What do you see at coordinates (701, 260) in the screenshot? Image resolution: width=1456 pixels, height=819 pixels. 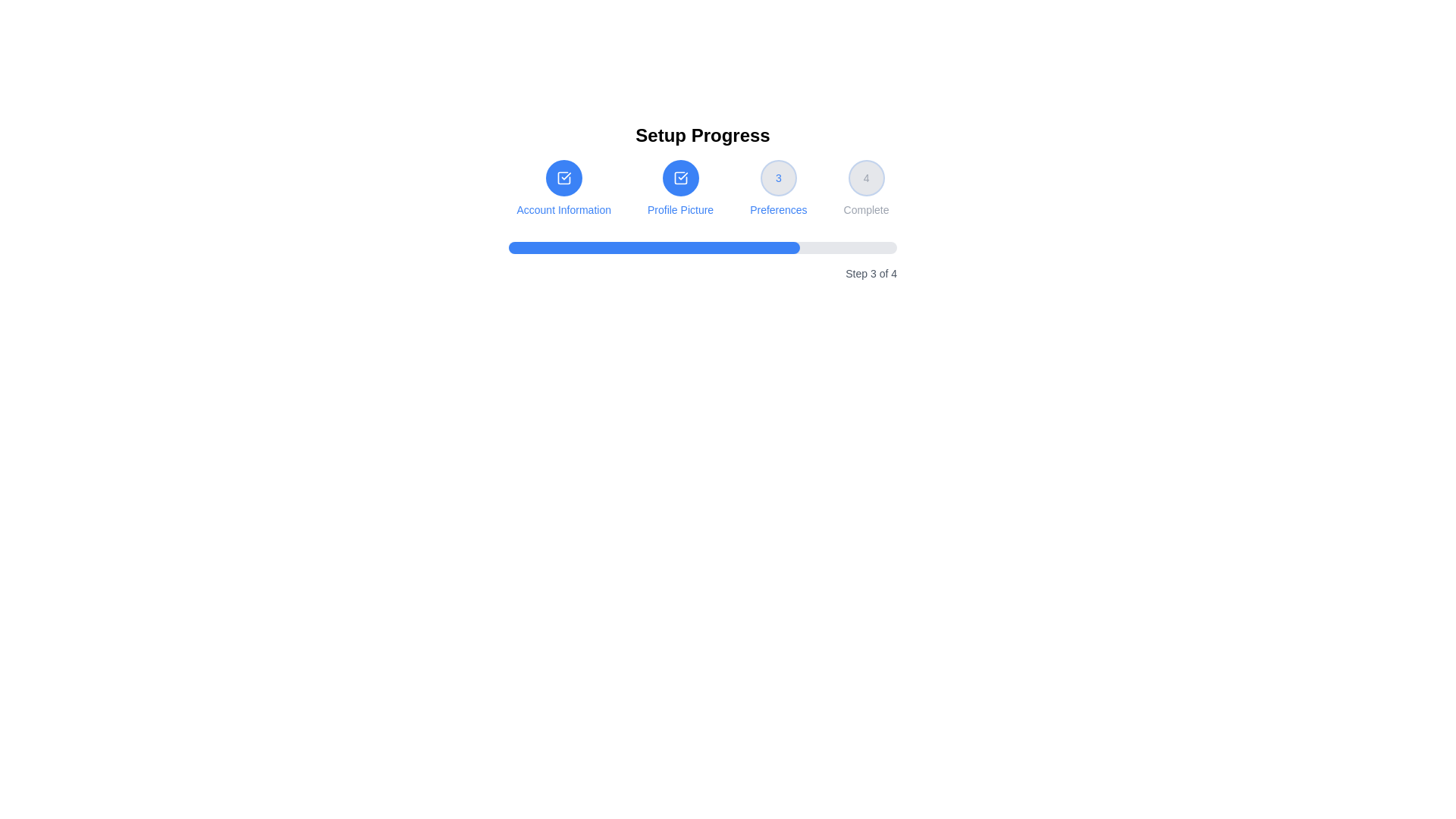 I see `the Progress bar indicating the user's progress in the multi-step process, which is currently at step 3 out of 4` at bounding box center [701, 260].